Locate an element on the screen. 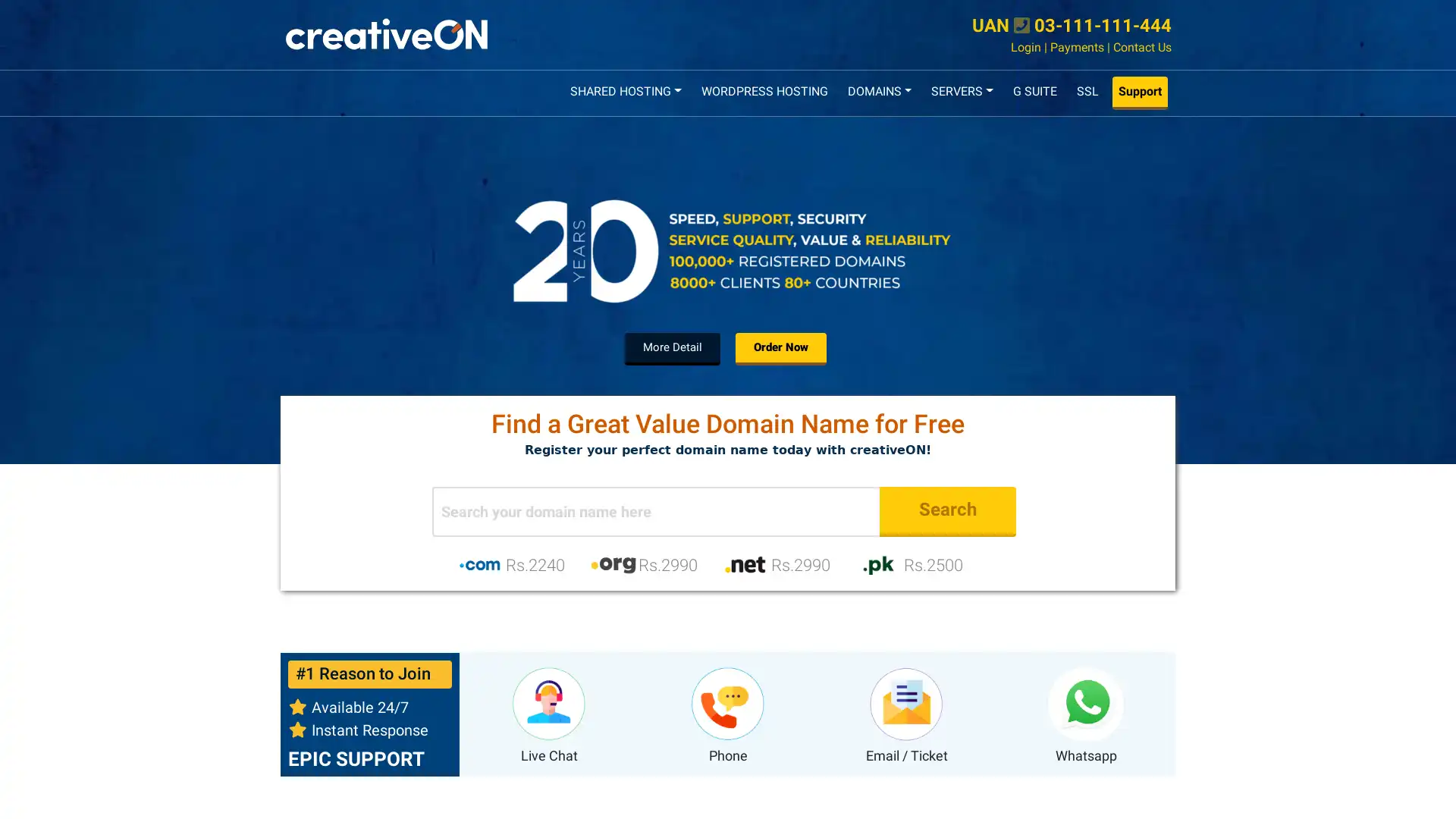 The width and height of the screenshot is (1456, 819). Order Now is located at coordinates (781, 348).